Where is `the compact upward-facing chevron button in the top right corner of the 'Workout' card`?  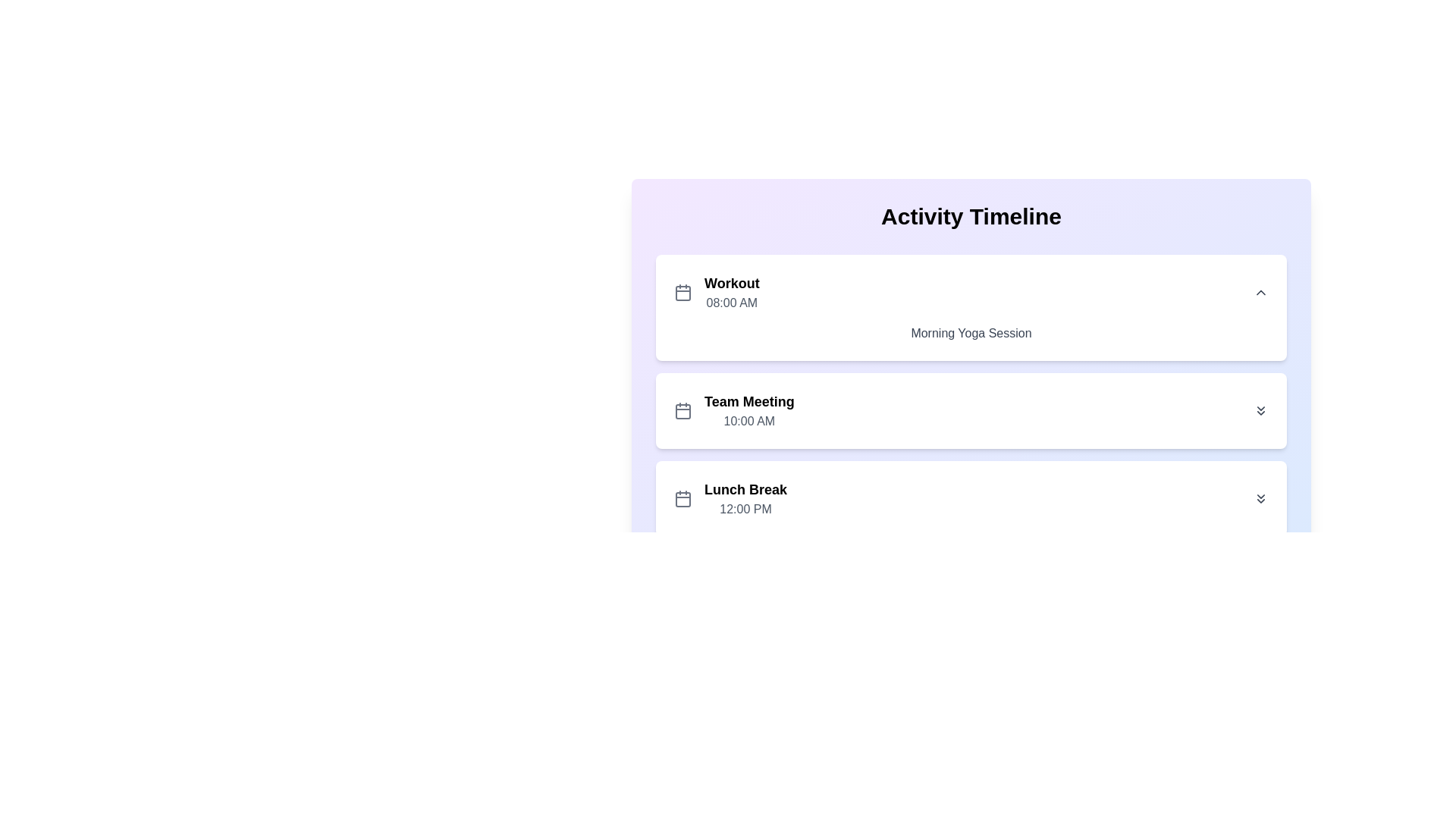
the compact upward-facing chevron button in the top right corner of the 'Workout' card is located at coordinates (1260, 292).